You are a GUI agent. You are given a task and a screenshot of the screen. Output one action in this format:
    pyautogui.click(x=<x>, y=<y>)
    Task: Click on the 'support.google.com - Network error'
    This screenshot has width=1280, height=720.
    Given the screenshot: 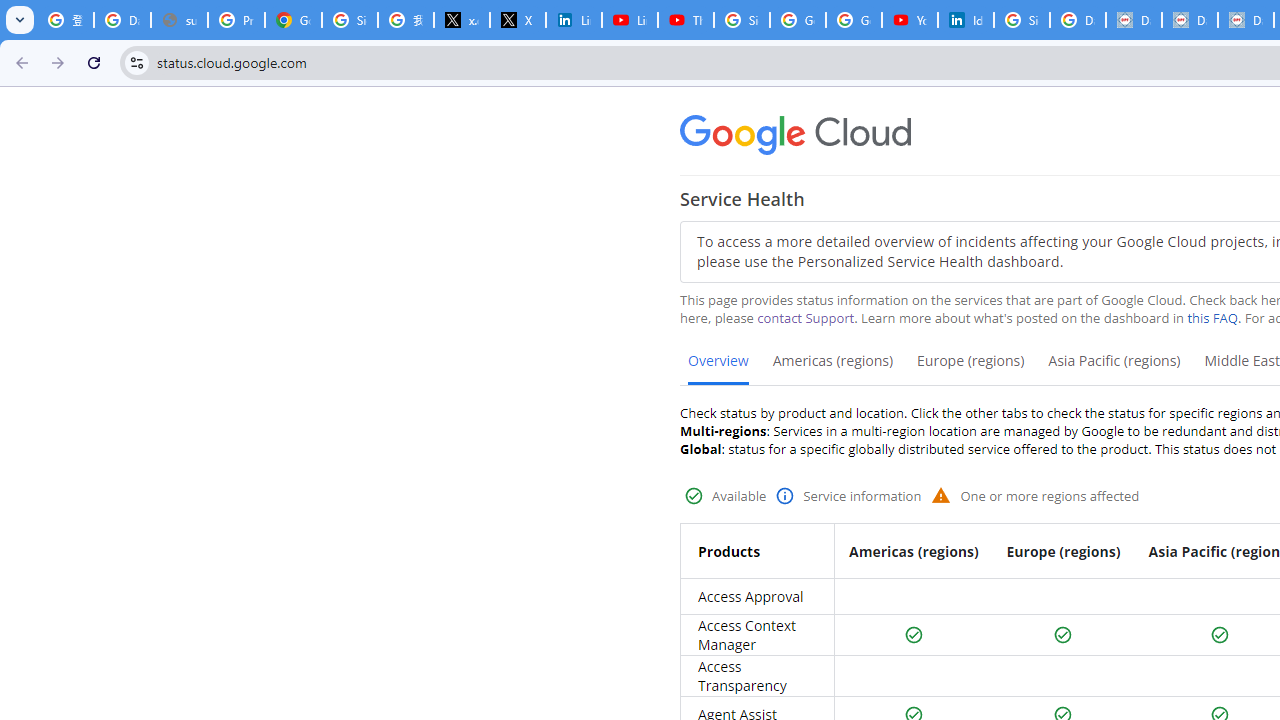 What is the action you would take?
    pyautogui.click(x=179, y=20)
    